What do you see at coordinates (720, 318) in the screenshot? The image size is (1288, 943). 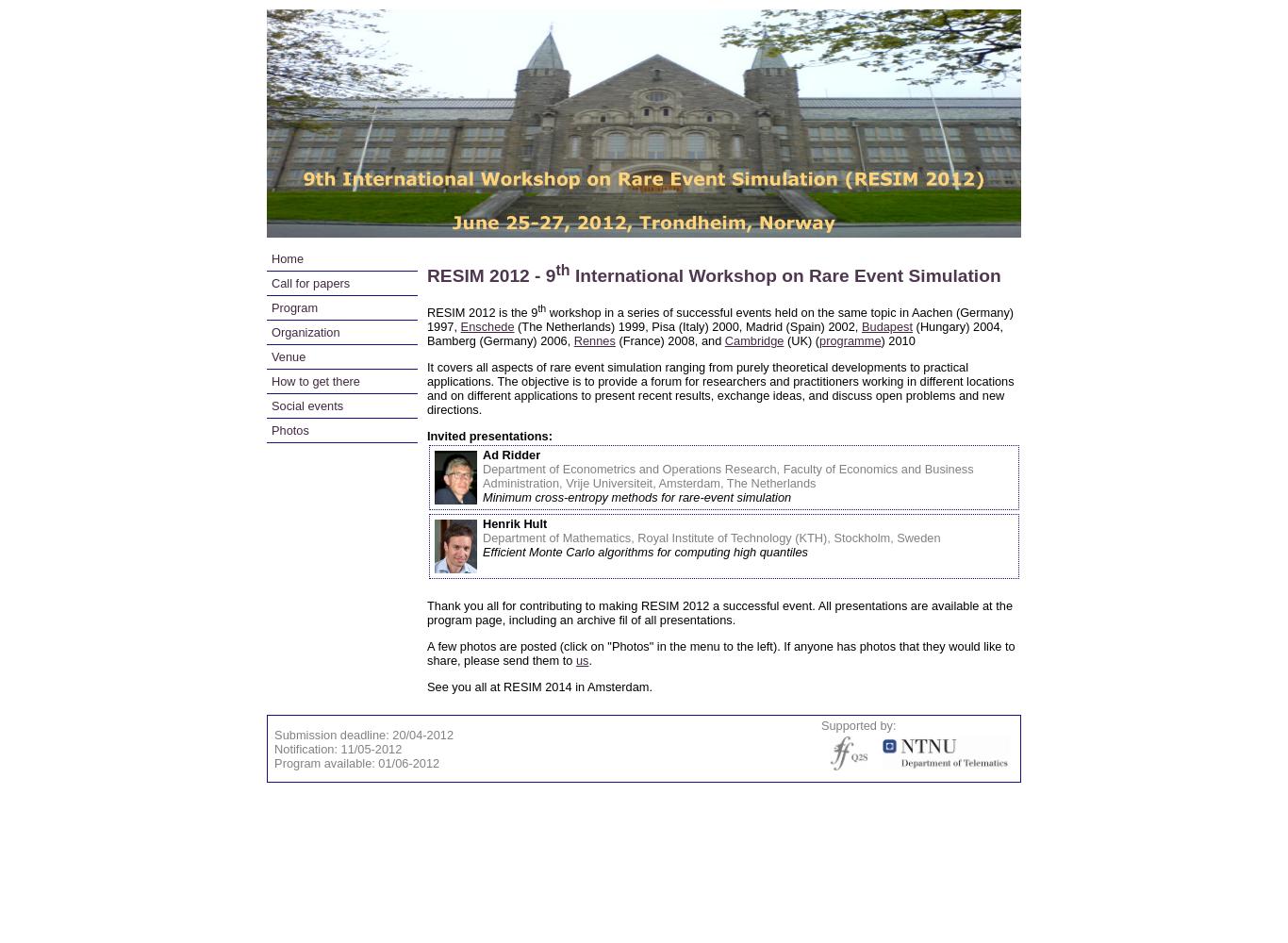 I see `'workshop in a series of successful events held on the same topic in Aachen (Germany) 1997,'` at bounding box center [720, 318].